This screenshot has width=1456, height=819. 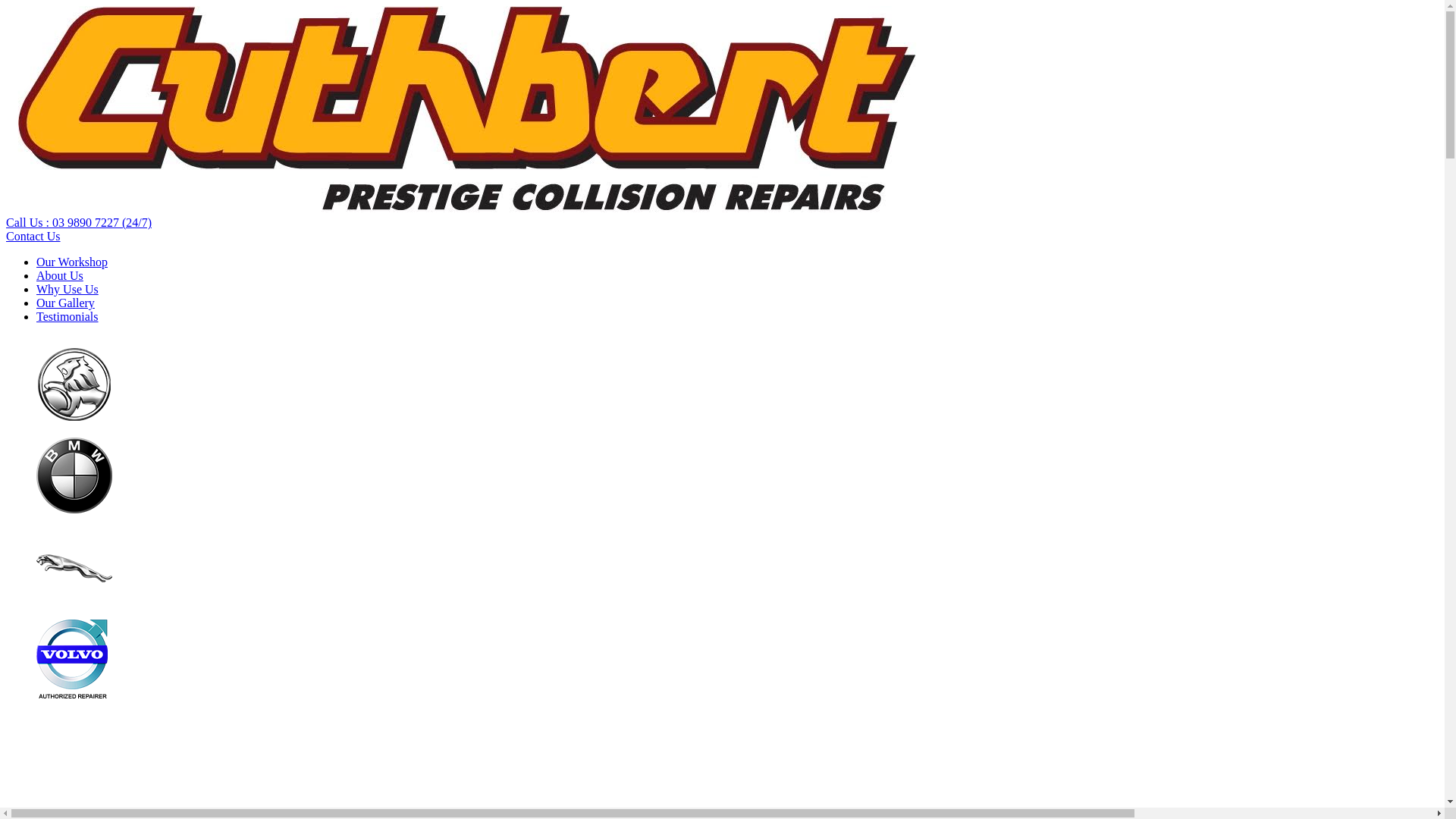 What do you see at coordinates (36, 261) in the screenshot?
I see `'Our Workshop'` at bounding box center [36, 261].